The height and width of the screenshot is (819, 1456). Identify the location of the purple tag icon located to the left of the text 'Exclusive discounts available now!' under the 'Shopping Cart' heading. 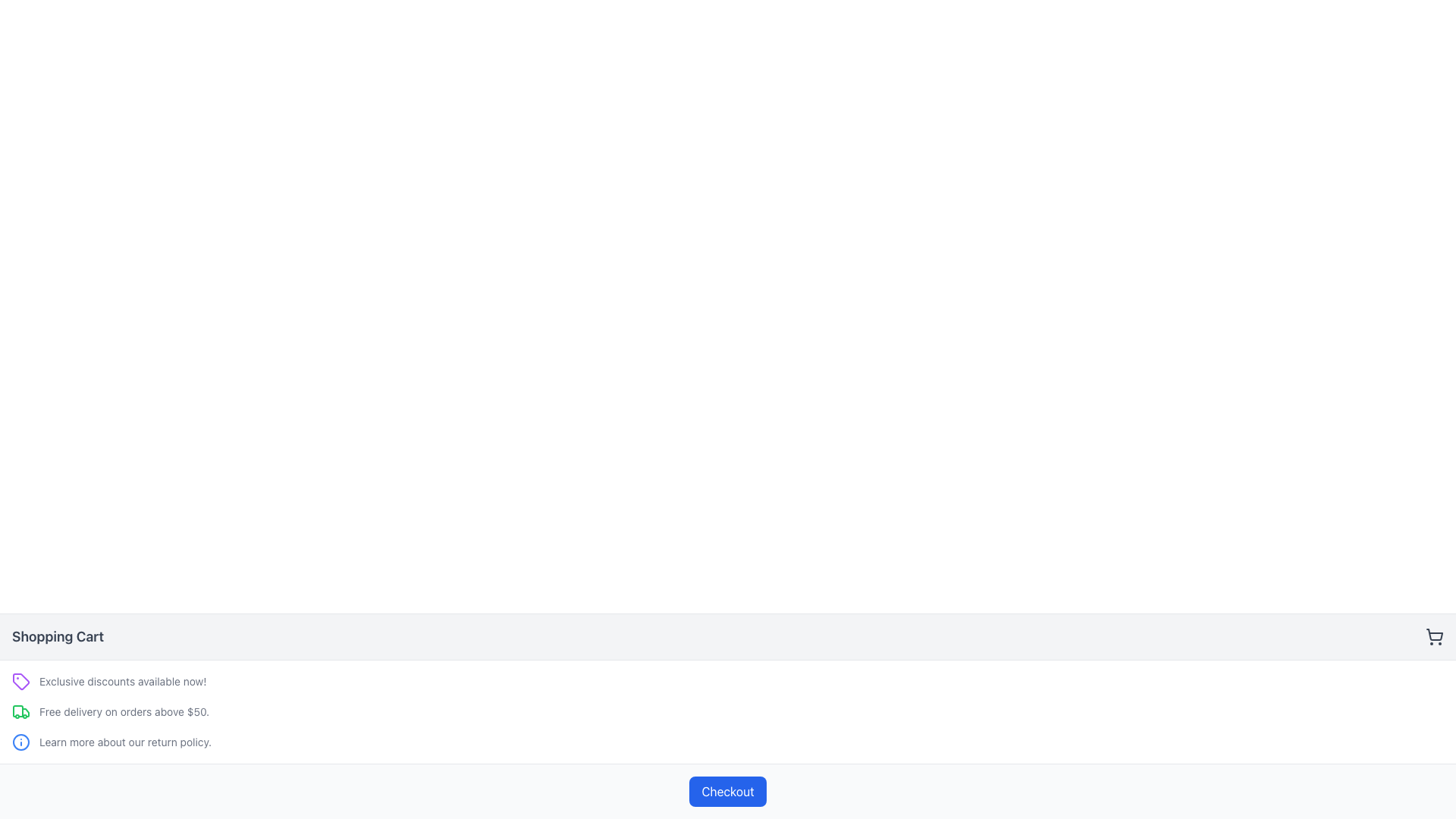
(21, 680).